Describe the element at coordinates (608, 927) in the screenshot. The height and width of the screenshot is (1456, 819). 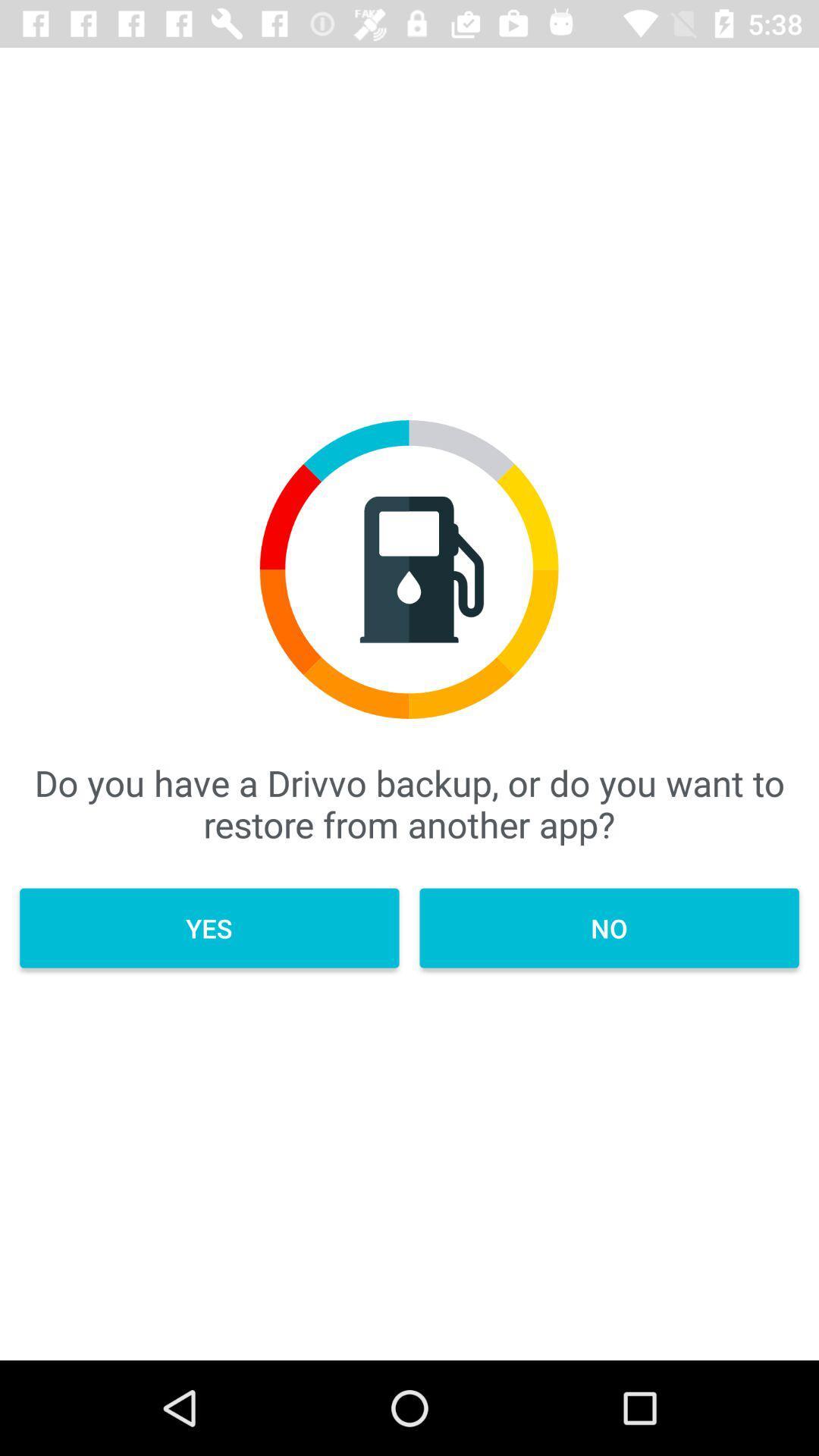
I see `no` at that location.